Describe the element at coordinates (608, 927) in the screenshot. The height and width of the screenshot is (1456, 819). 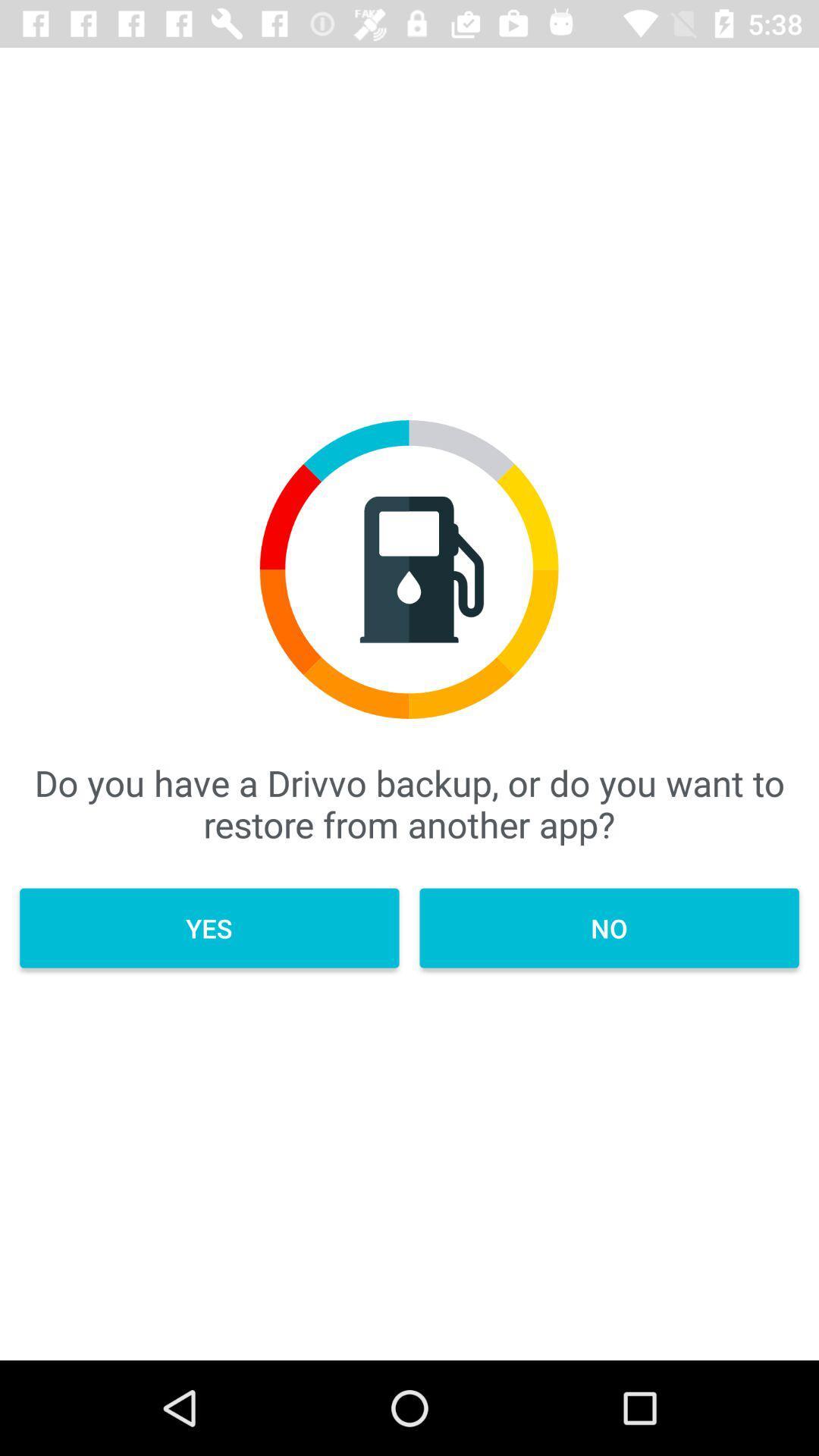
I see `no` at that location.